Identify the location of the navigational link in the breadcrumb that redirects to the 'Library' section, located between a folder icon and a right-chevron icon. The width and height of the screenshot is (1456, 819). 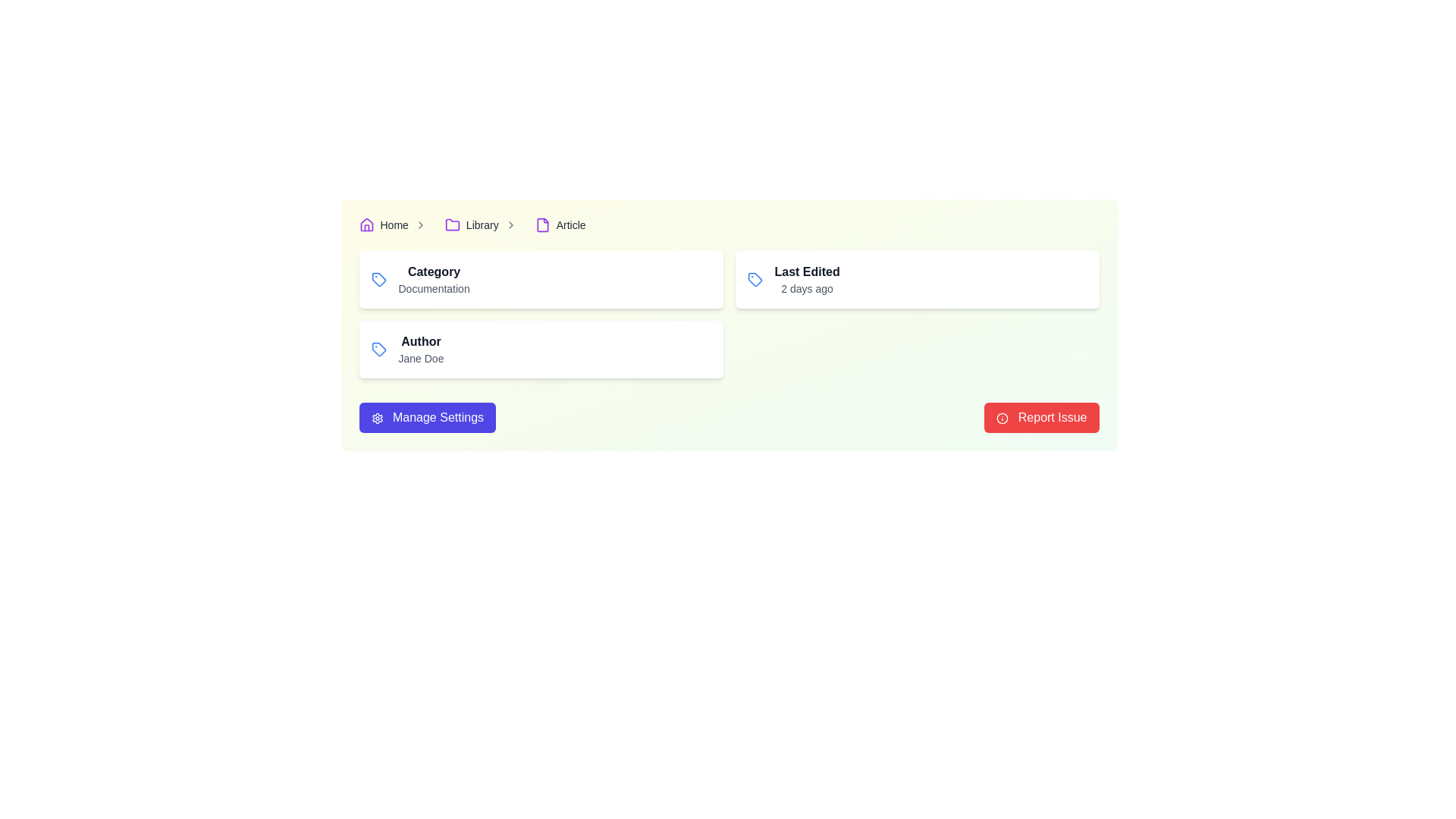
(481, 225).